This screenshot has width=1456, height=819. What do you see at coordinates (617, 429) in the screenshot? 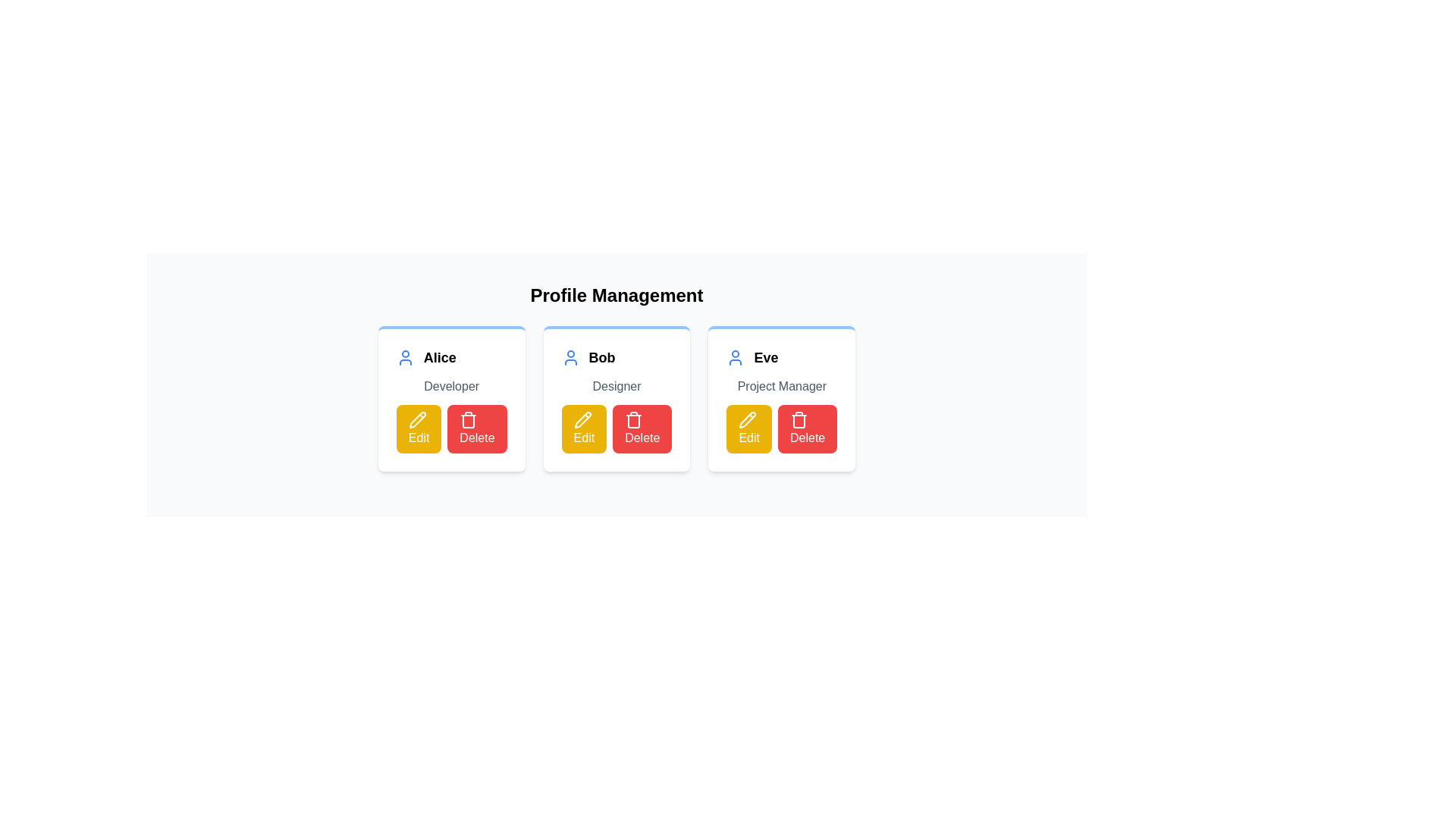
I see `the 'Delete' button` at bounding box center [617, 429].